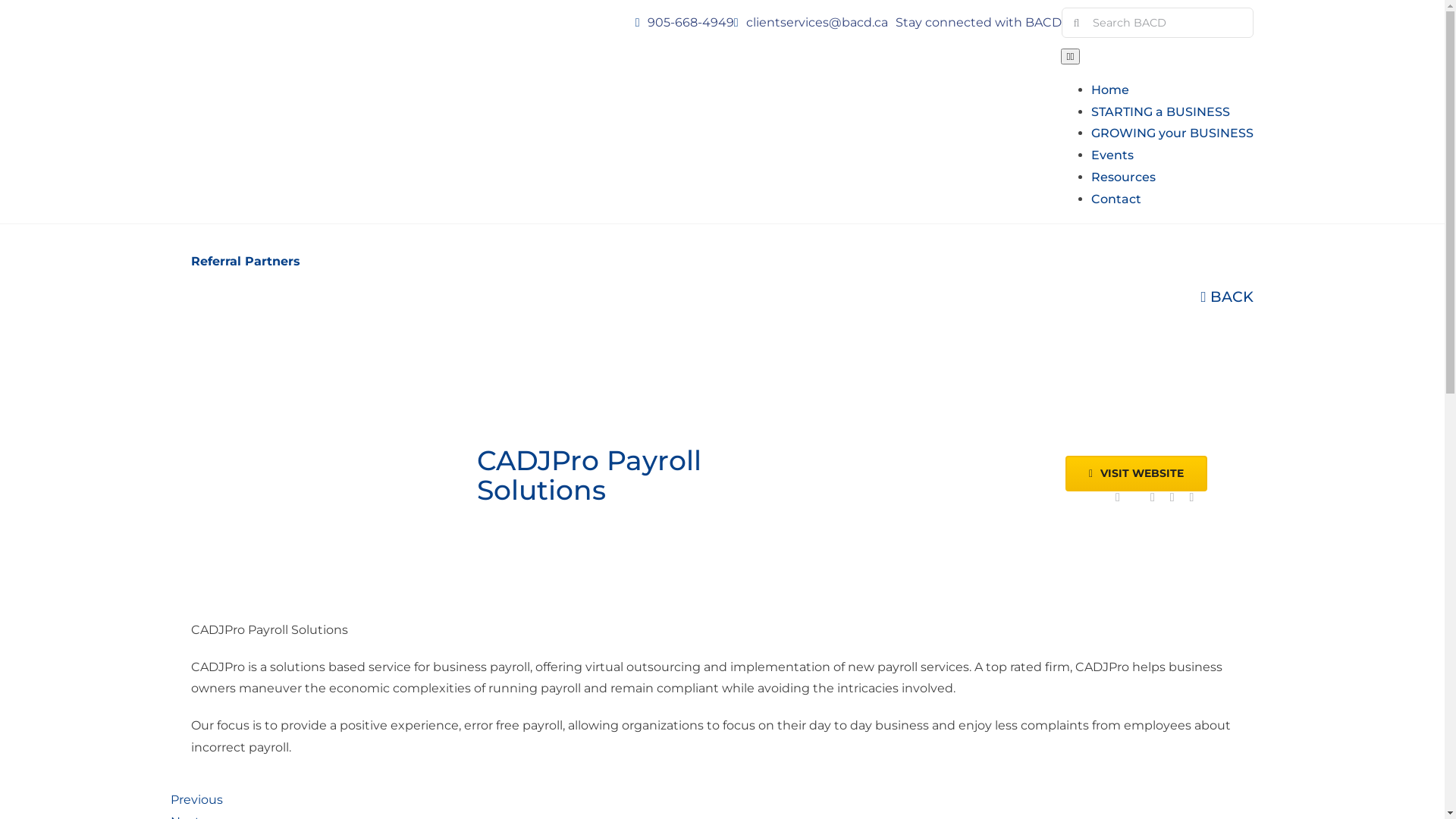 Image resolution: width=1456 pixels, height=819 pixels. I want to click on 'STARTING a BUSINESS', so click(1159, 111).